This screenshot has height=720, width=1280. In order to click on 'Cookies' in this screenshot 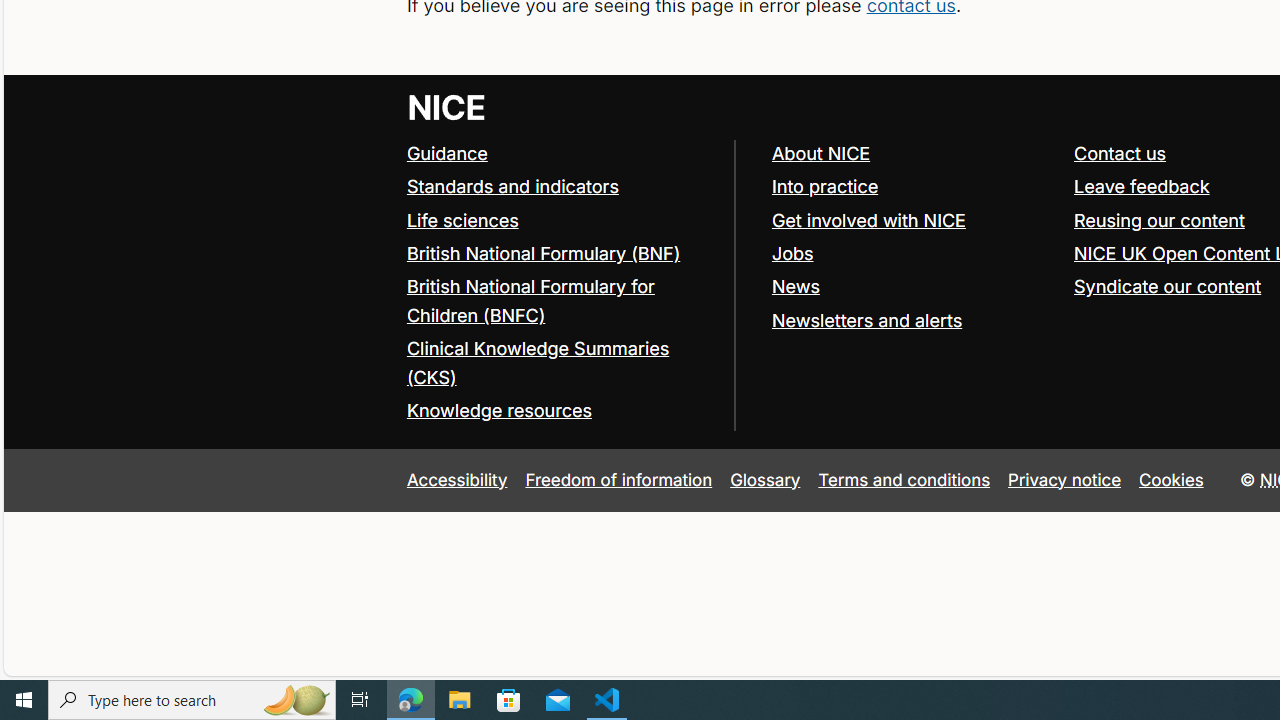, I will do `click(1171, 479)`.